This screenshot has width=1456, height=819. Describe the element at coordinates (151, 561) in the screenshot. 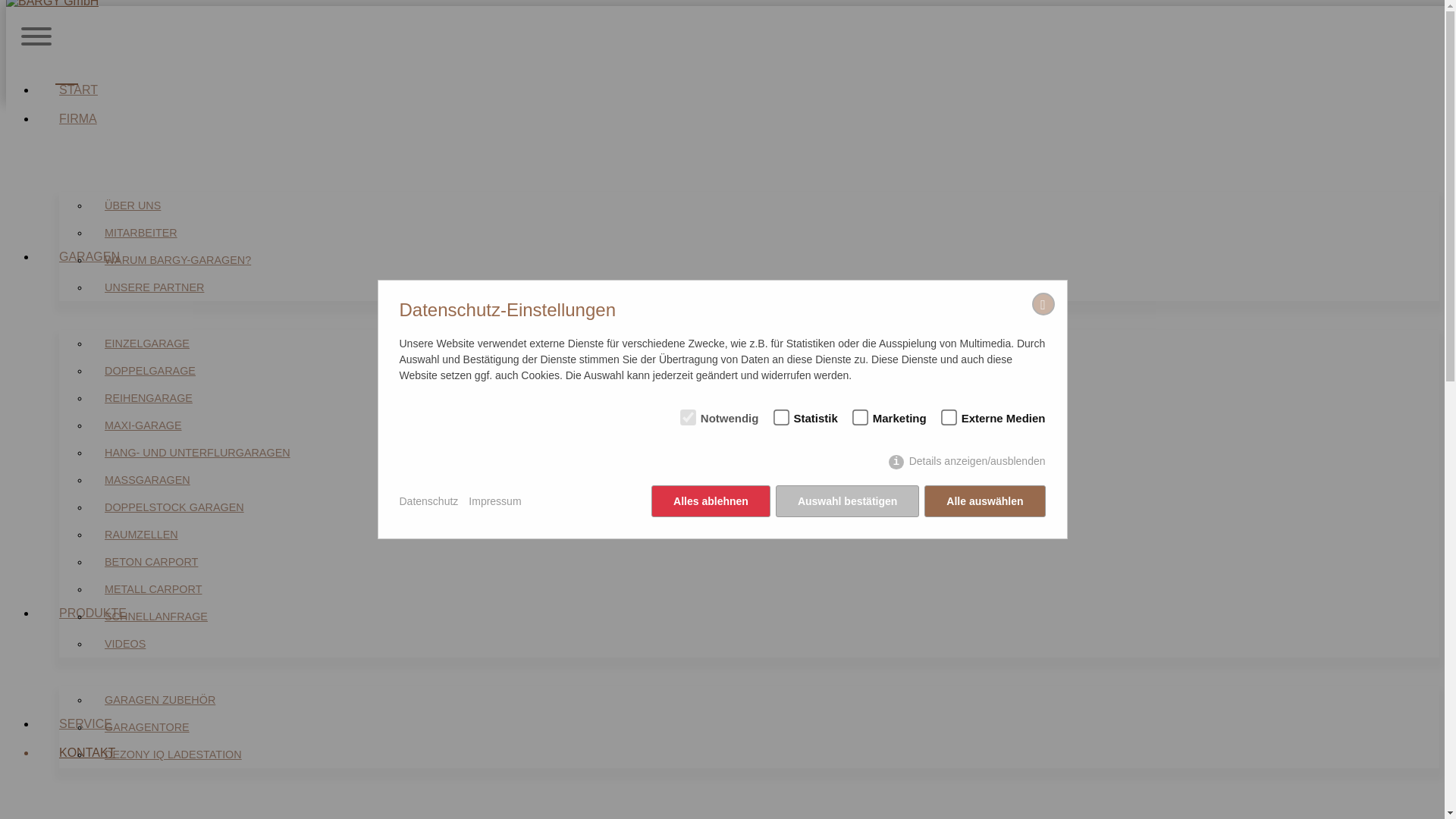

I see `'BETON CARPORT'` at that location.